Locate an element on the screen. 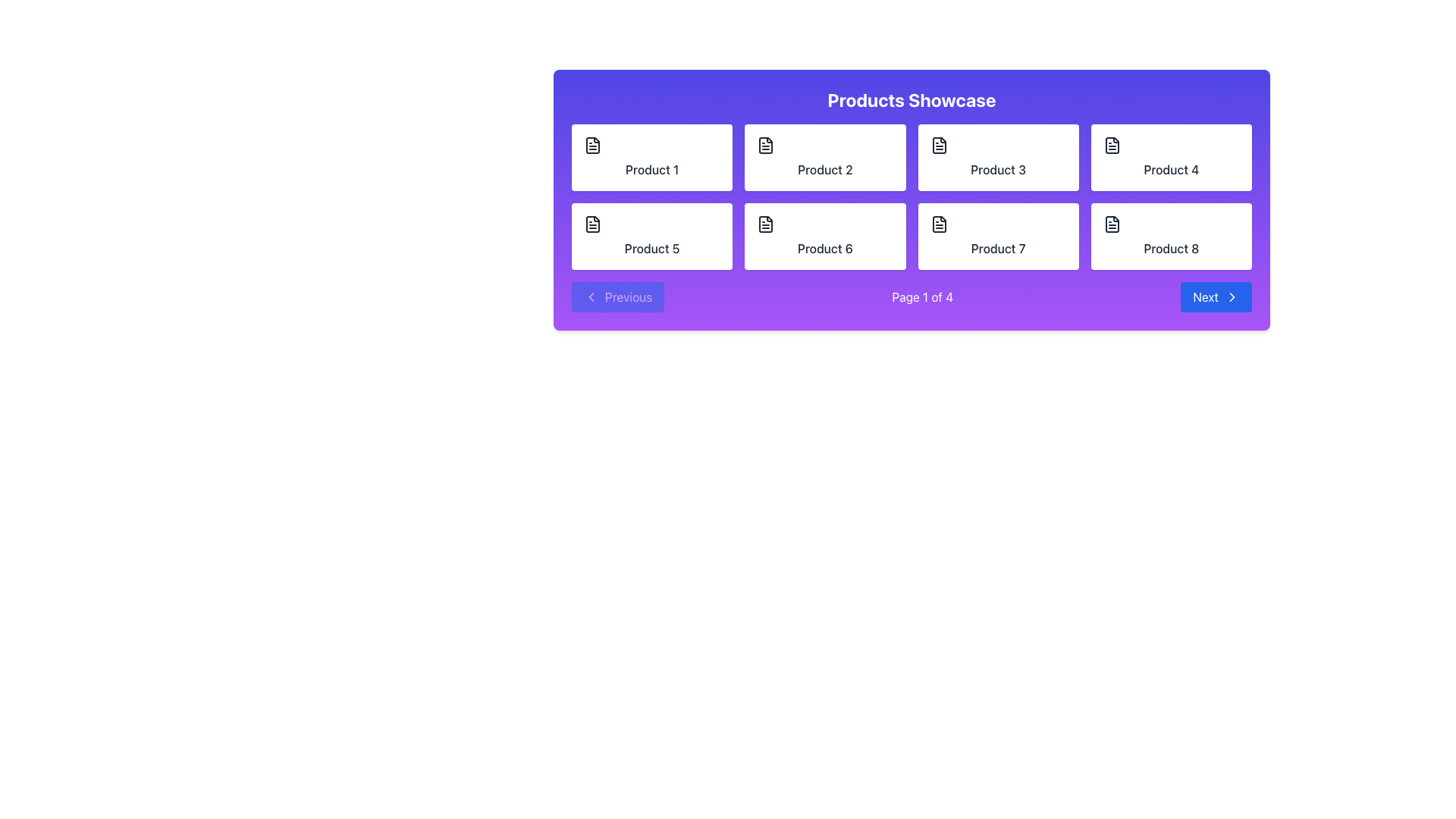  the SVG icon representing 'Product 6' located at the top-left corner of its card in the 'Products Showcase' grid is located at coordinates (766, 224).